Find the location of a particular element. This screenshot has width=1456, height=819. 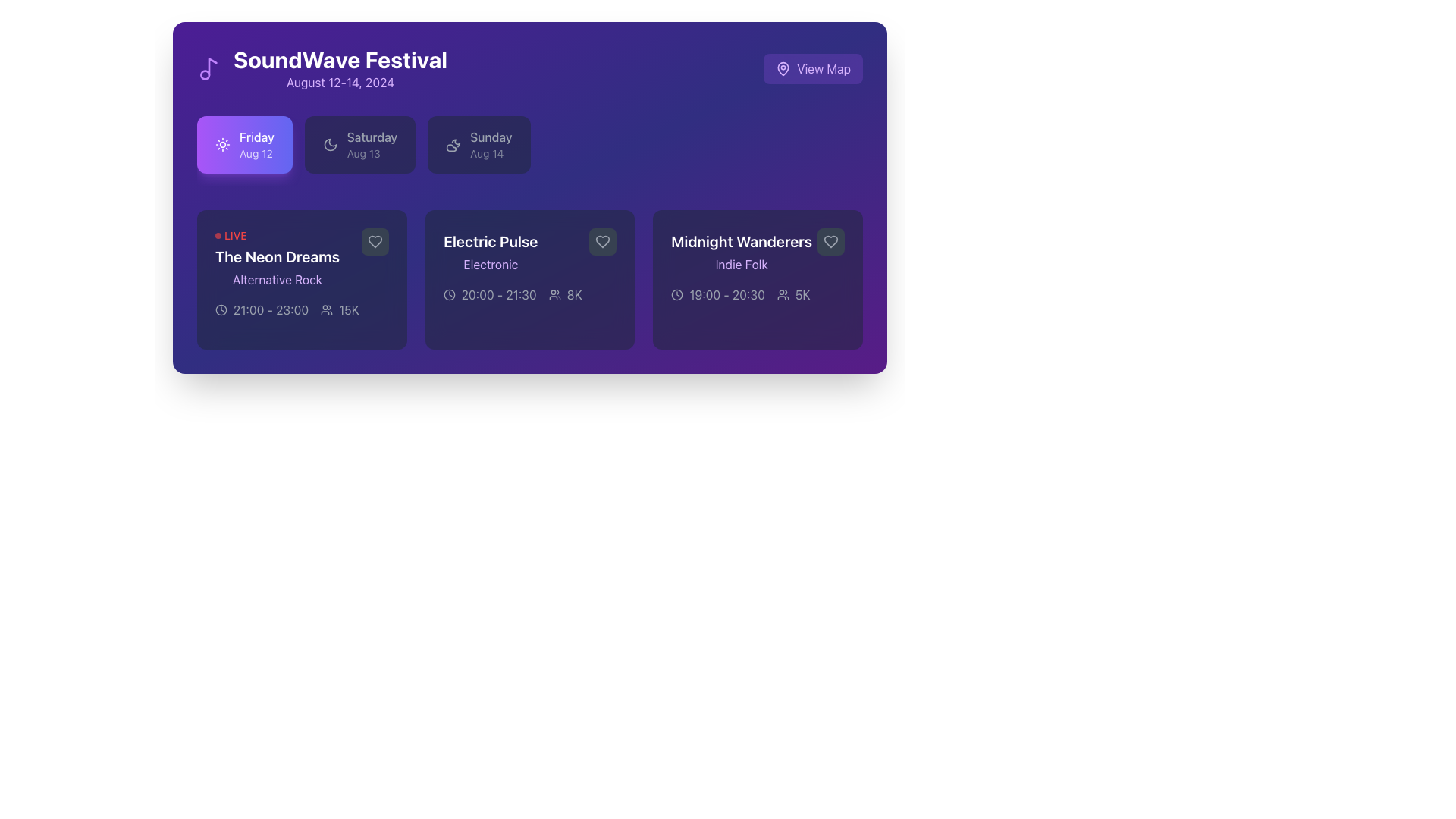

assistive technologies is located at coordinates (783, 69).